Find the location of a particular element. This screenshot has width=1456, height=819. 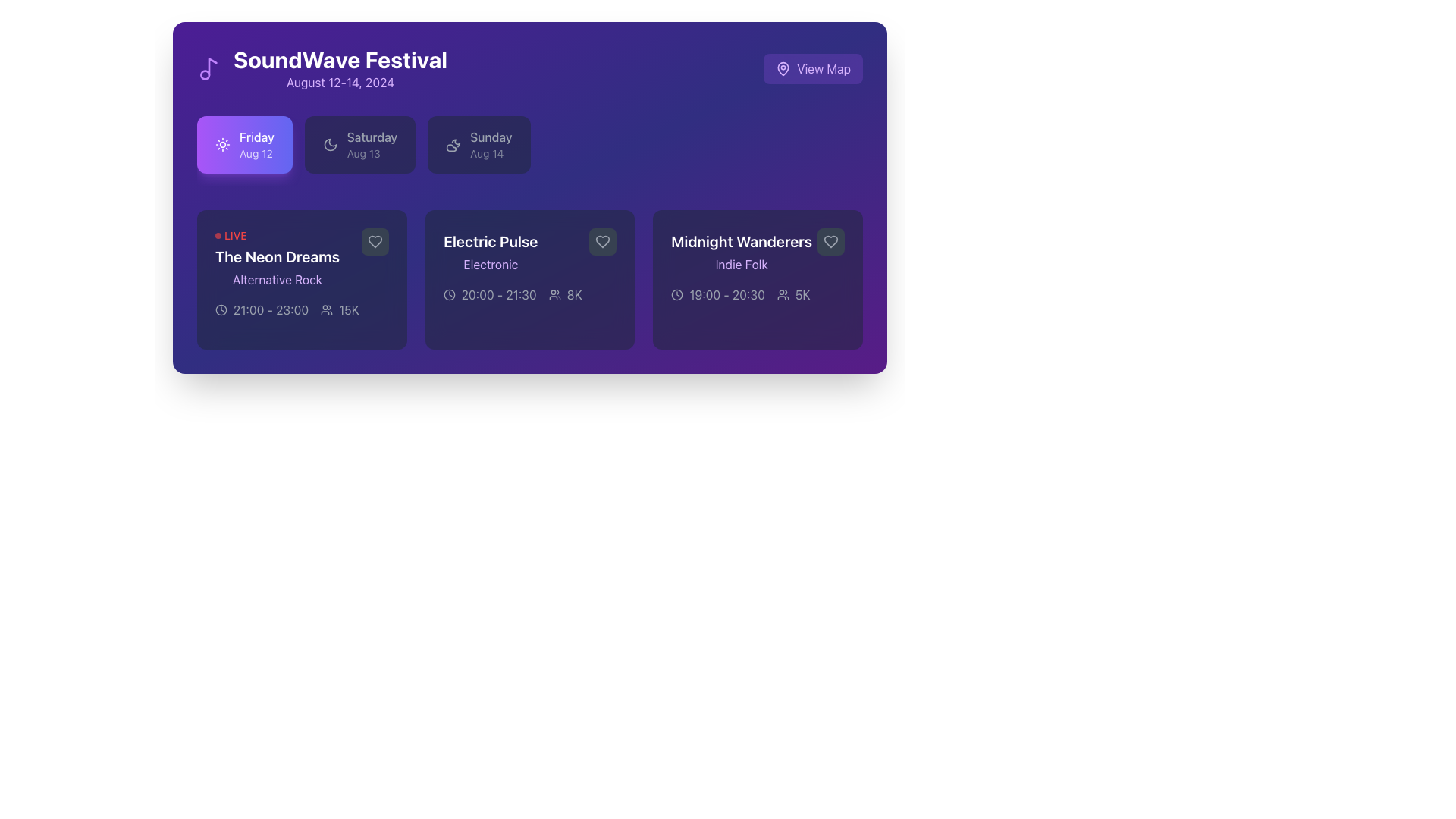

assistive technologies is located at coordinates (783, 69).